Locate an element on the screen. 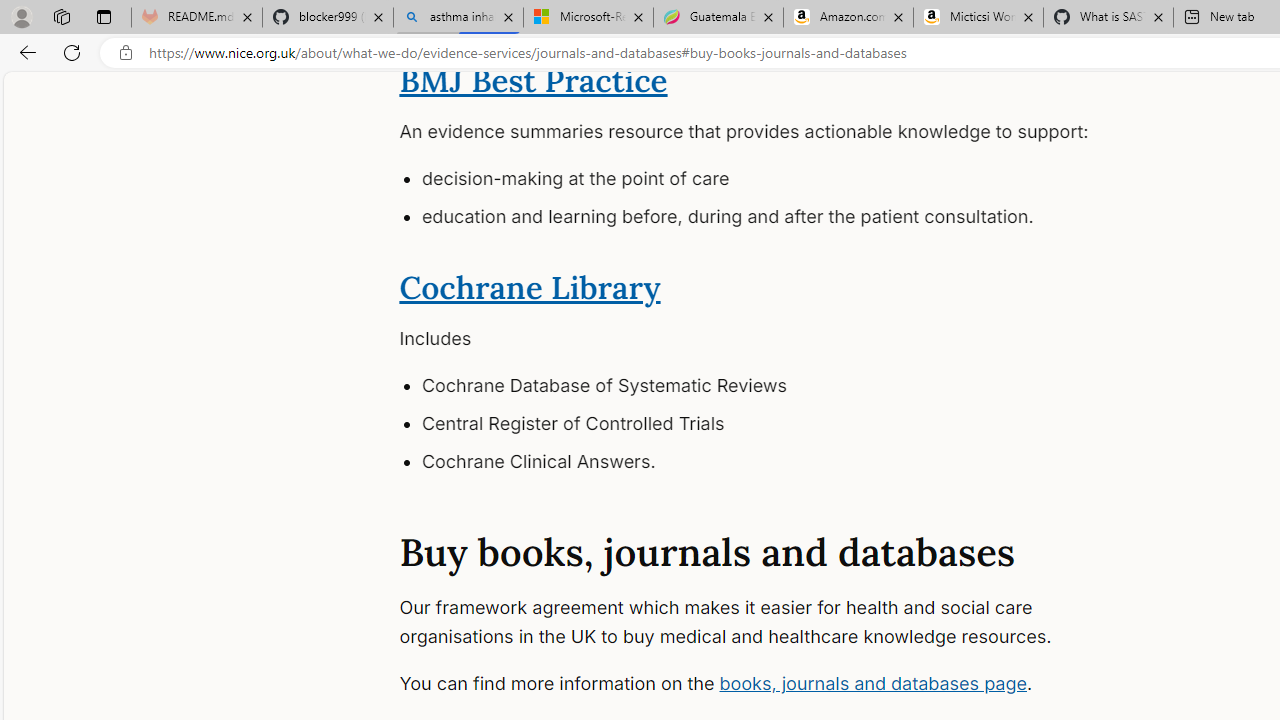  'Microsoft-Report a Concern to Bing' is located at coordinates (587, 17).